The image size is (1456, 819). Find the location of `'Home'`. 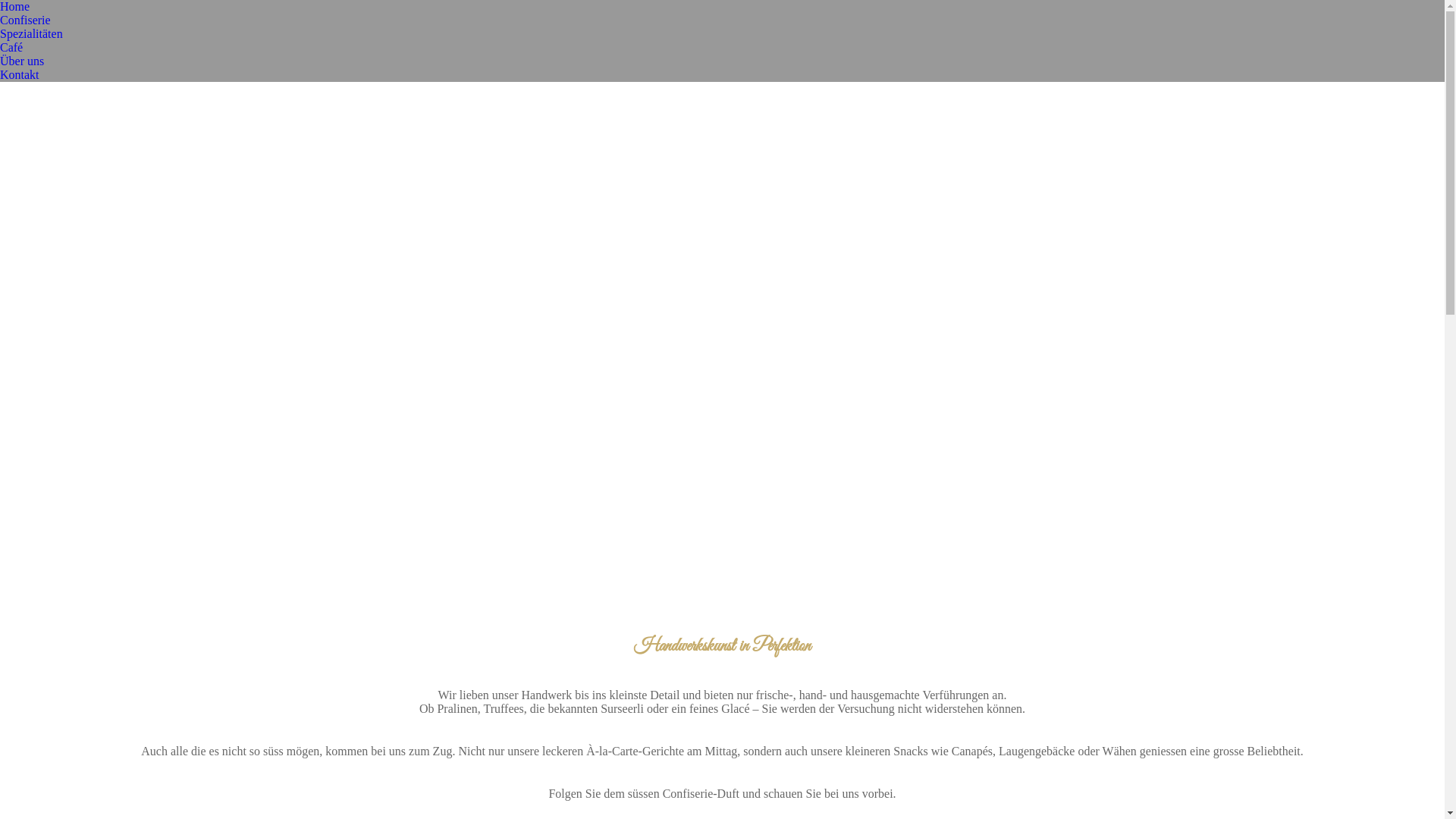

'Home' is located at coordinates (14, 6).